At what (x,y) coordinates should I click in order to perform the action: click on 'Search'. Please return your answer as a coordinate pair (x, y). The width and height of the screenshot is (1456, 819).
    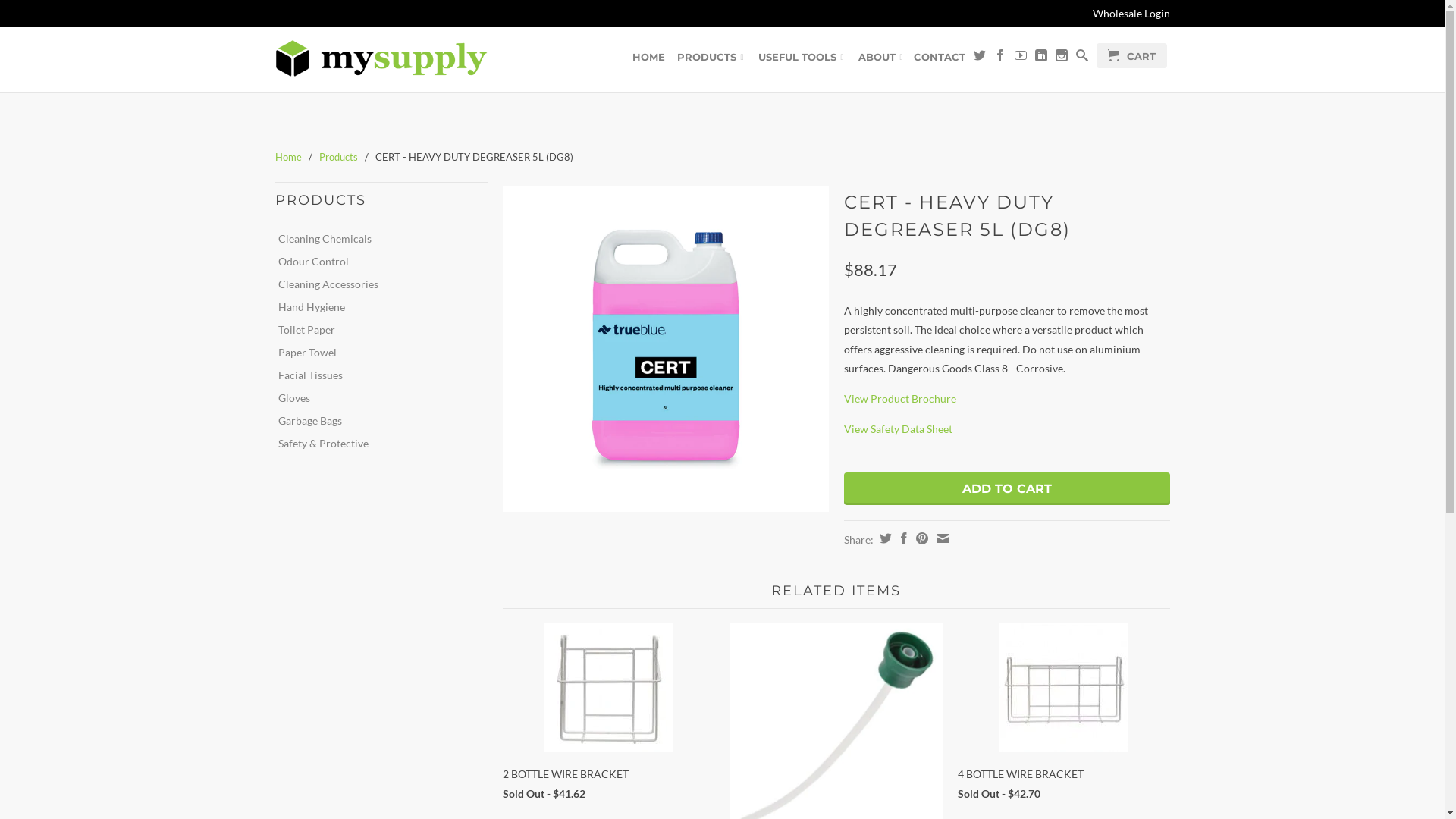
    Looking at the image, I should click on (1080, 58).